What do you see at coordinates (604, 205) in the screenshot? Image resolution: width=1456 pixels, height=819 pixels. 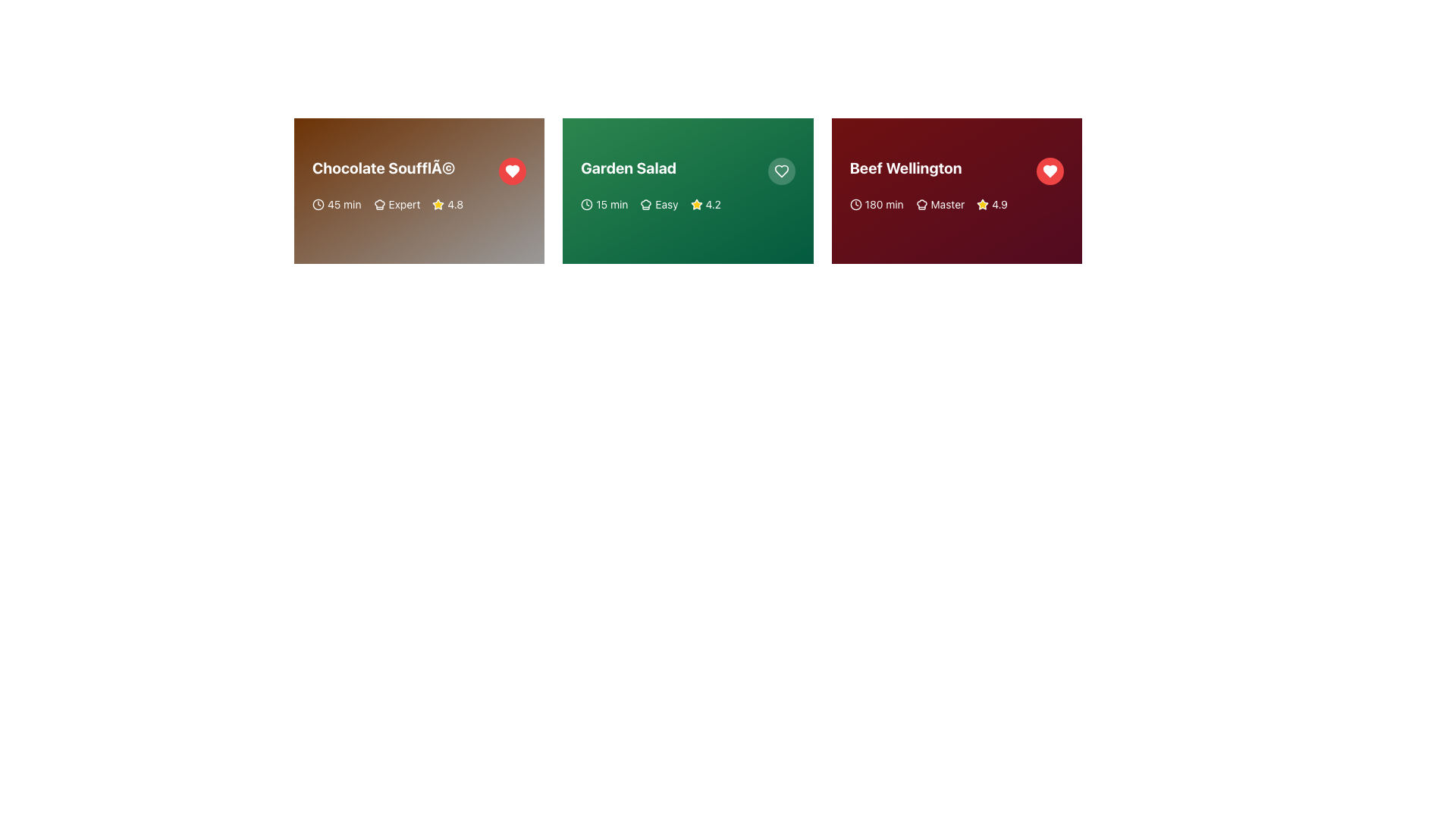 I see `the text element displaying the estimated preparation time for the recipe titled 'Garden Salad', located in the lower-left area of the green card background` at bounding box center [604, 205].